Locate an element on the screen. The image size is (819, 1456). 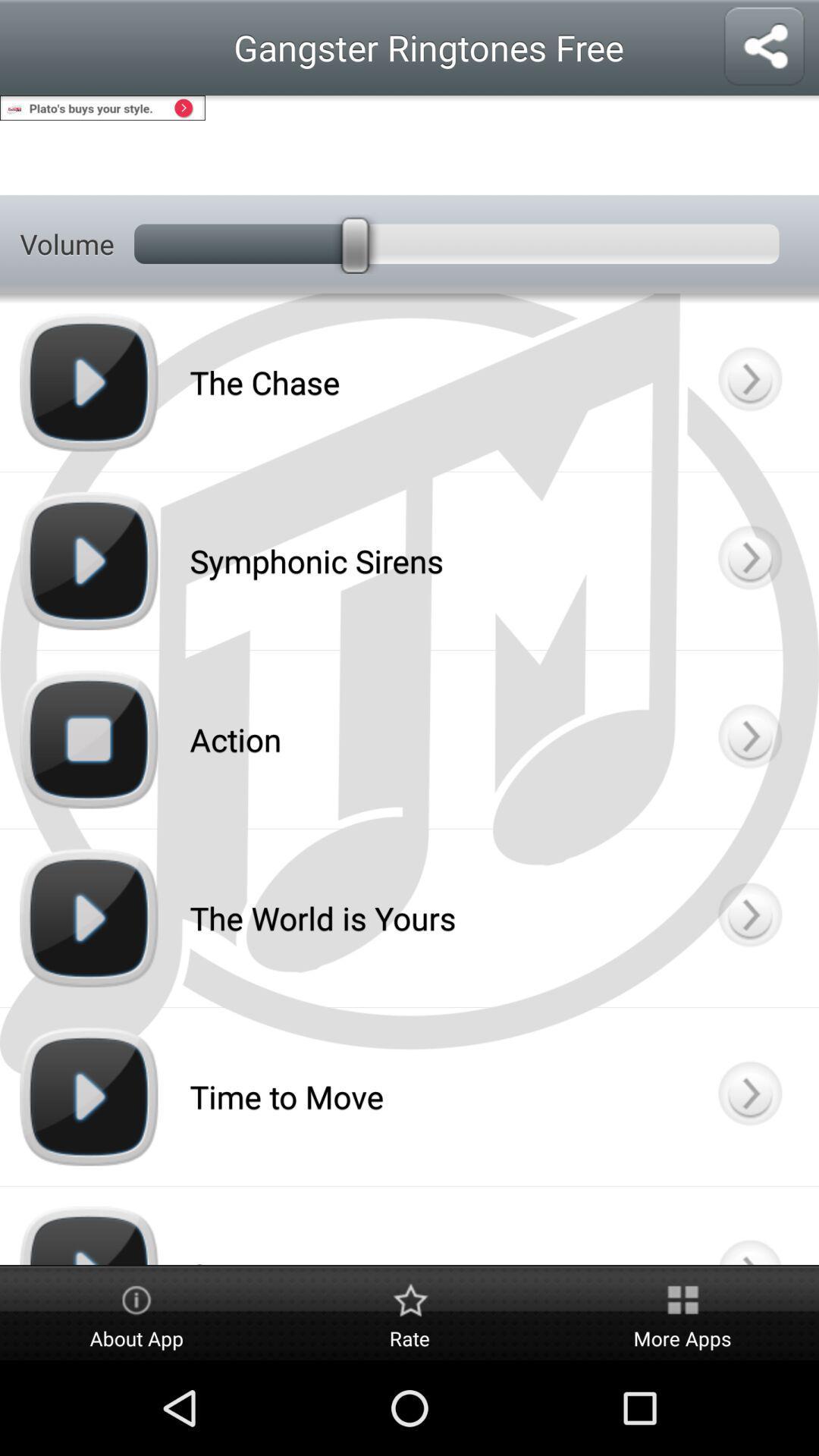
the button beside more apps is located at coordinates (409, 1313).